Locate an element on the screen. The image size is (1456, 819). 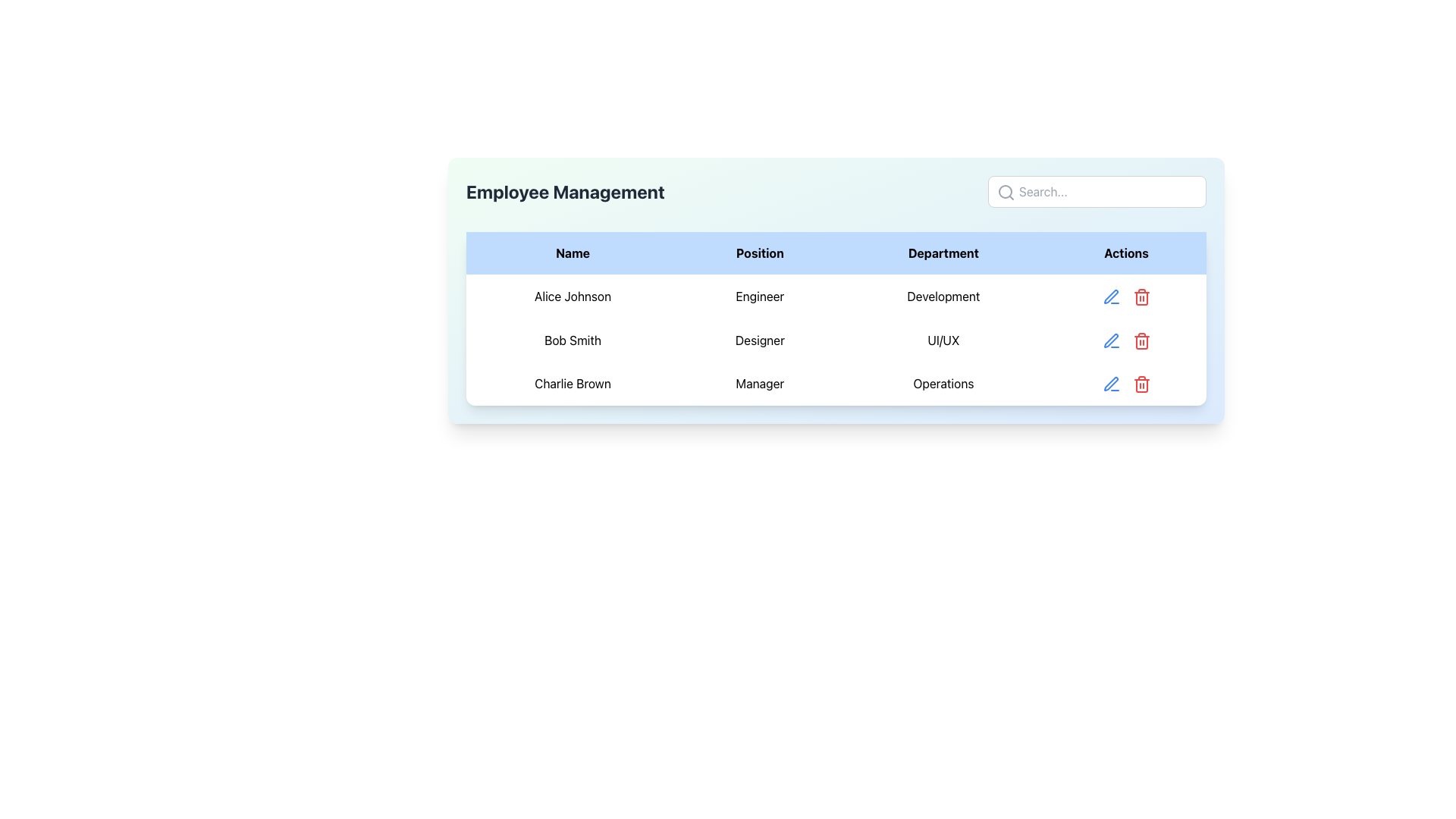
the static text label identifying 'Charlie Brown' in the third row of the 'Employee Management' table, which is adjacent to 'Manager' and 'Operations' is located at coordinates (572, 383).